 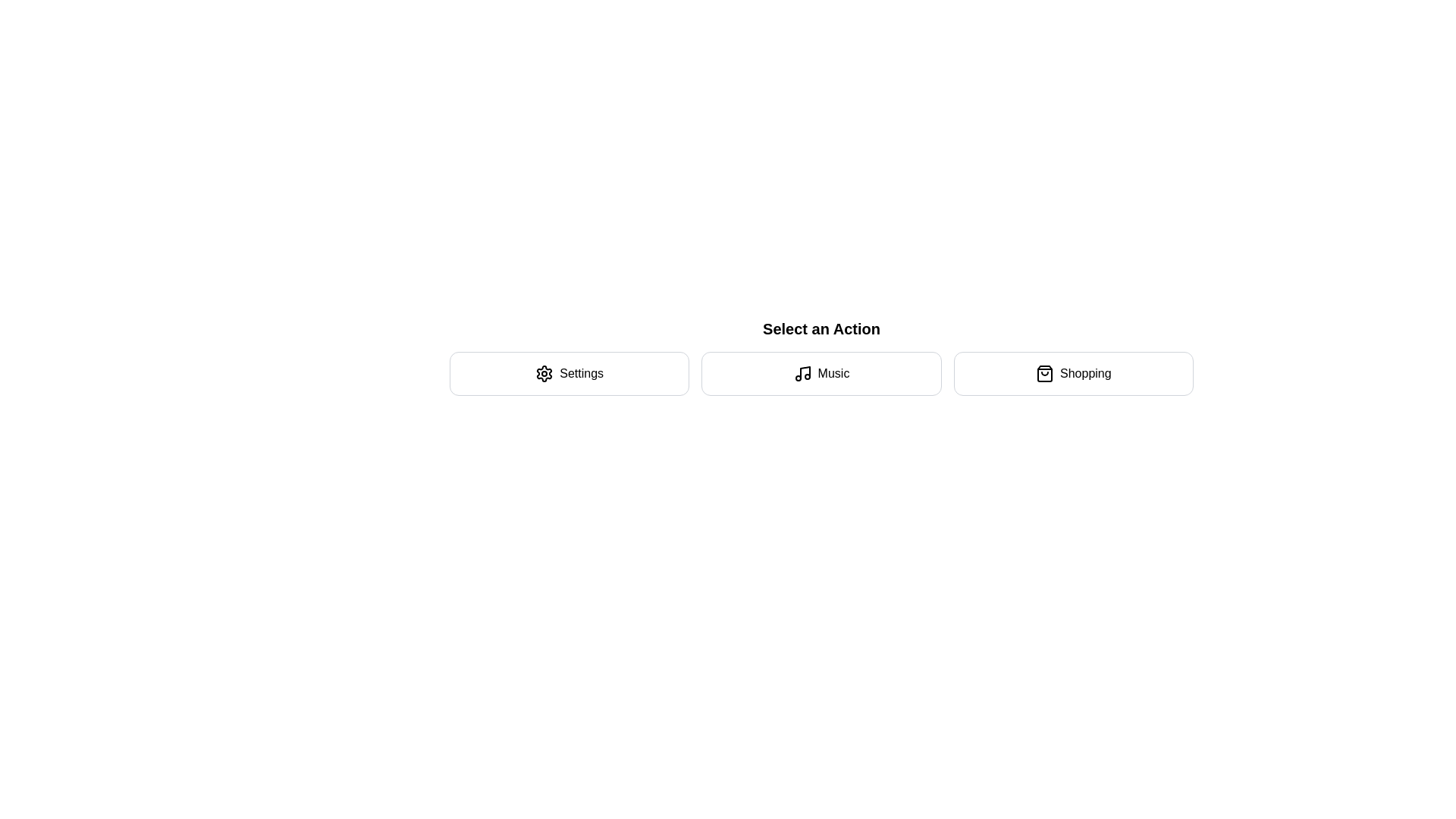 I want to click on the action Shopping by clicking on the corresponding button, so click(x=1072, y=374).